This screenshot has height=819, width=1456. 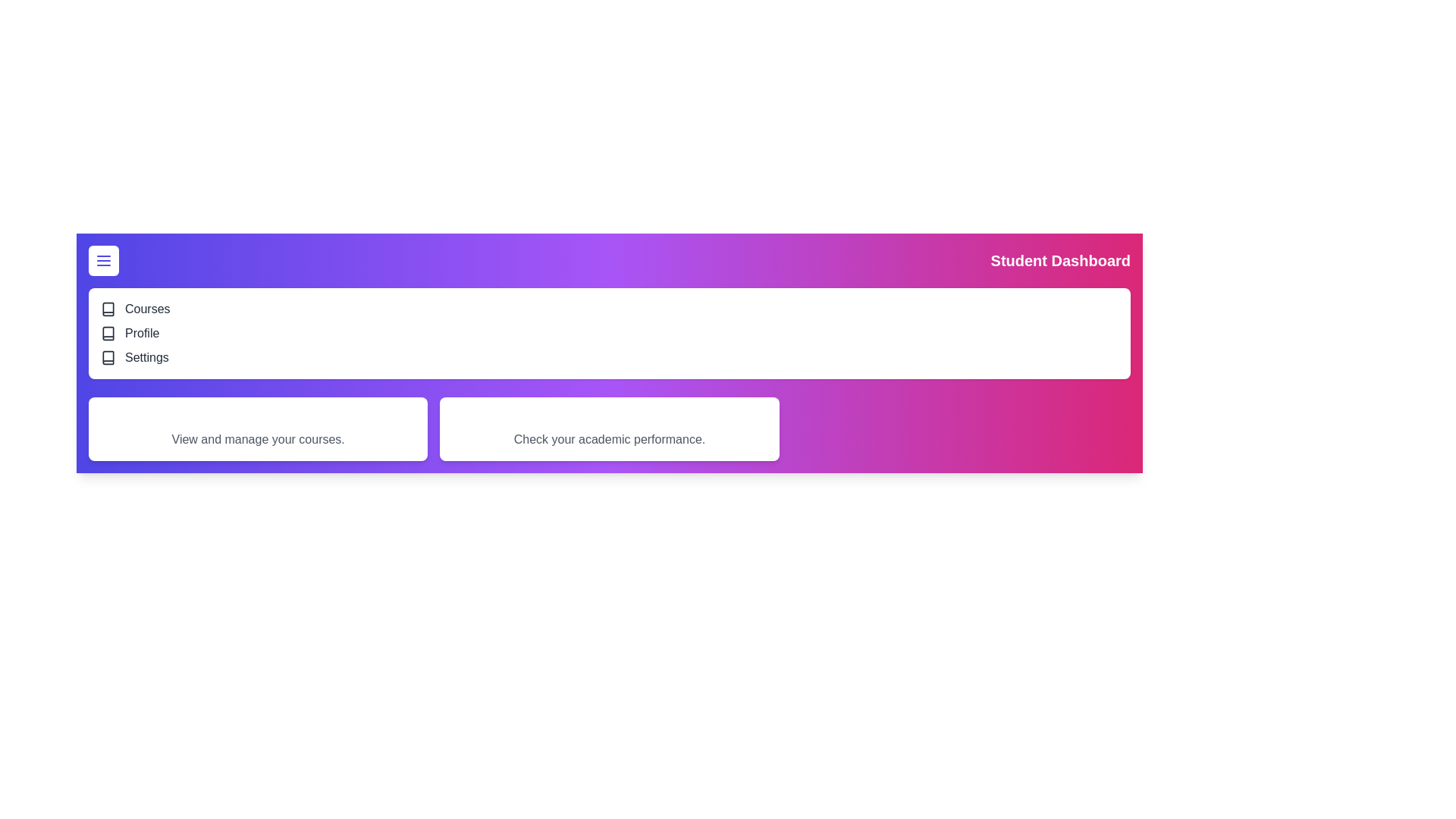 I want to click on the navigation item Profile from the list, so click(x=112, y=332).